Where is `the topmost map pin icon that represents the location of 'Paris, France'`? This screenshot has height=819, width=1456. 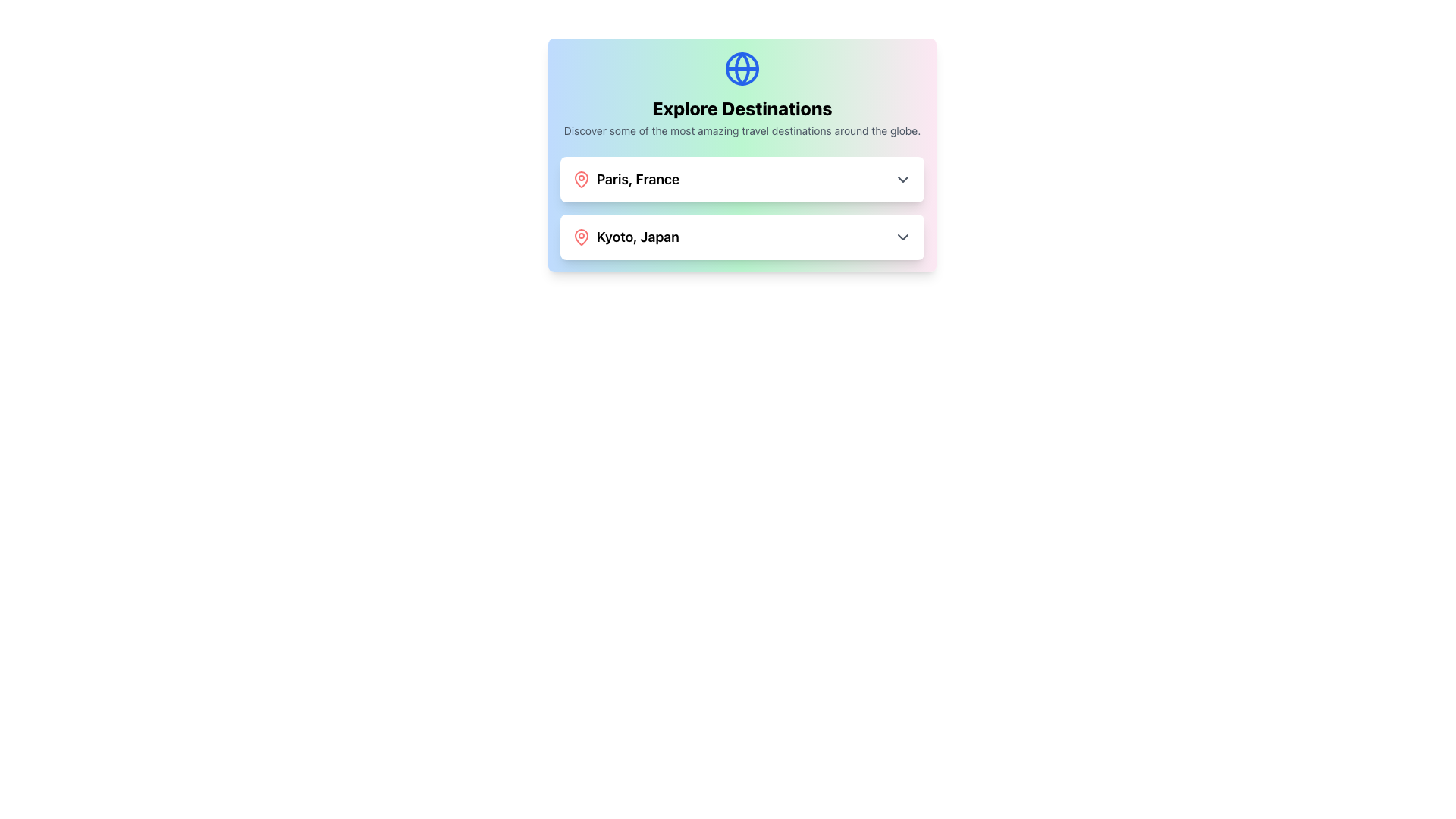
the topmost map pin icon that represents the location of 'Paris, France' is located at coordinates (581, 177).